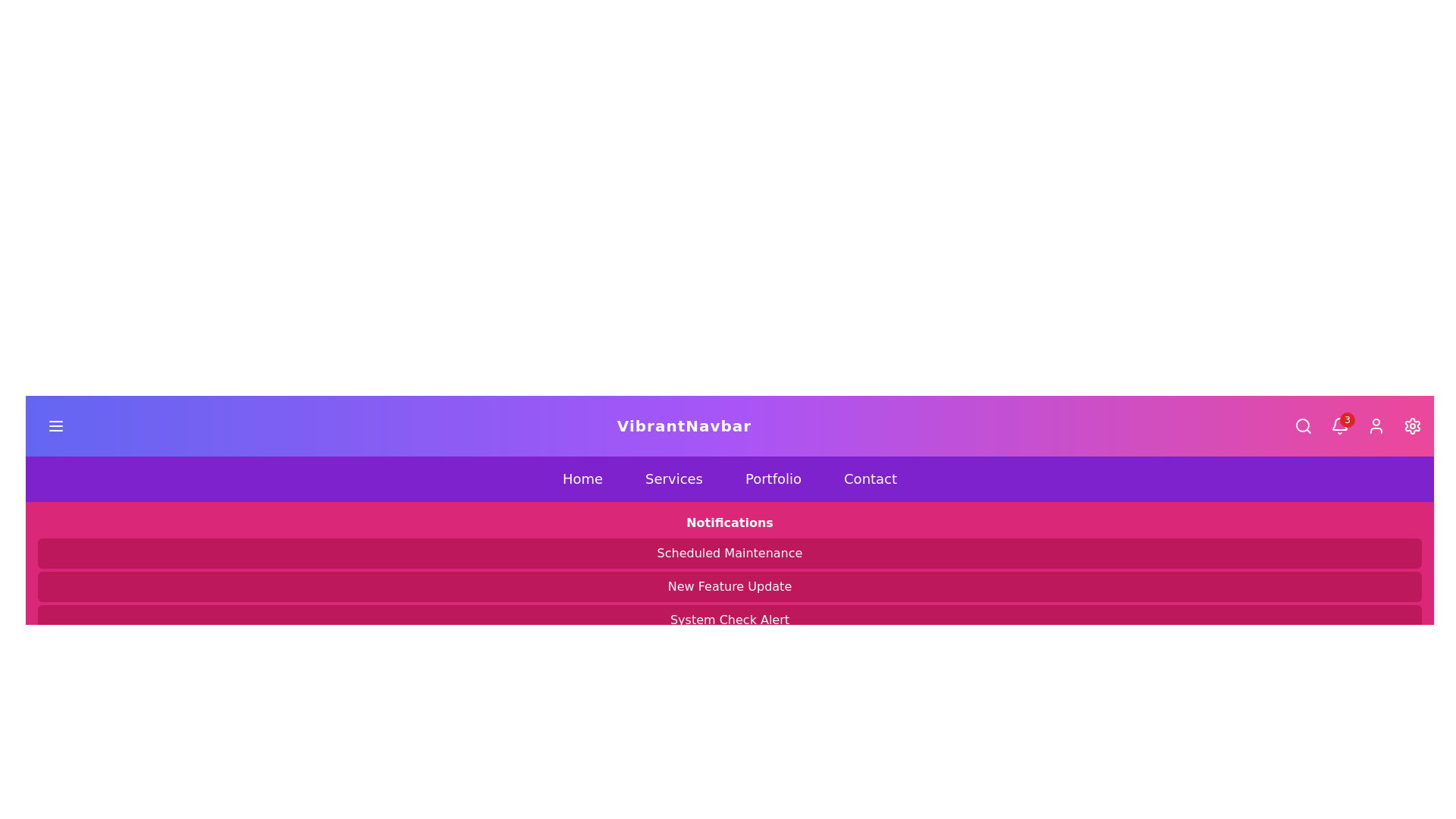  Describe the element at coordinates (1302, 426) in the screenshot. I see `the search icon button represented as a magnifying glass located in the navigation bar` at that location.